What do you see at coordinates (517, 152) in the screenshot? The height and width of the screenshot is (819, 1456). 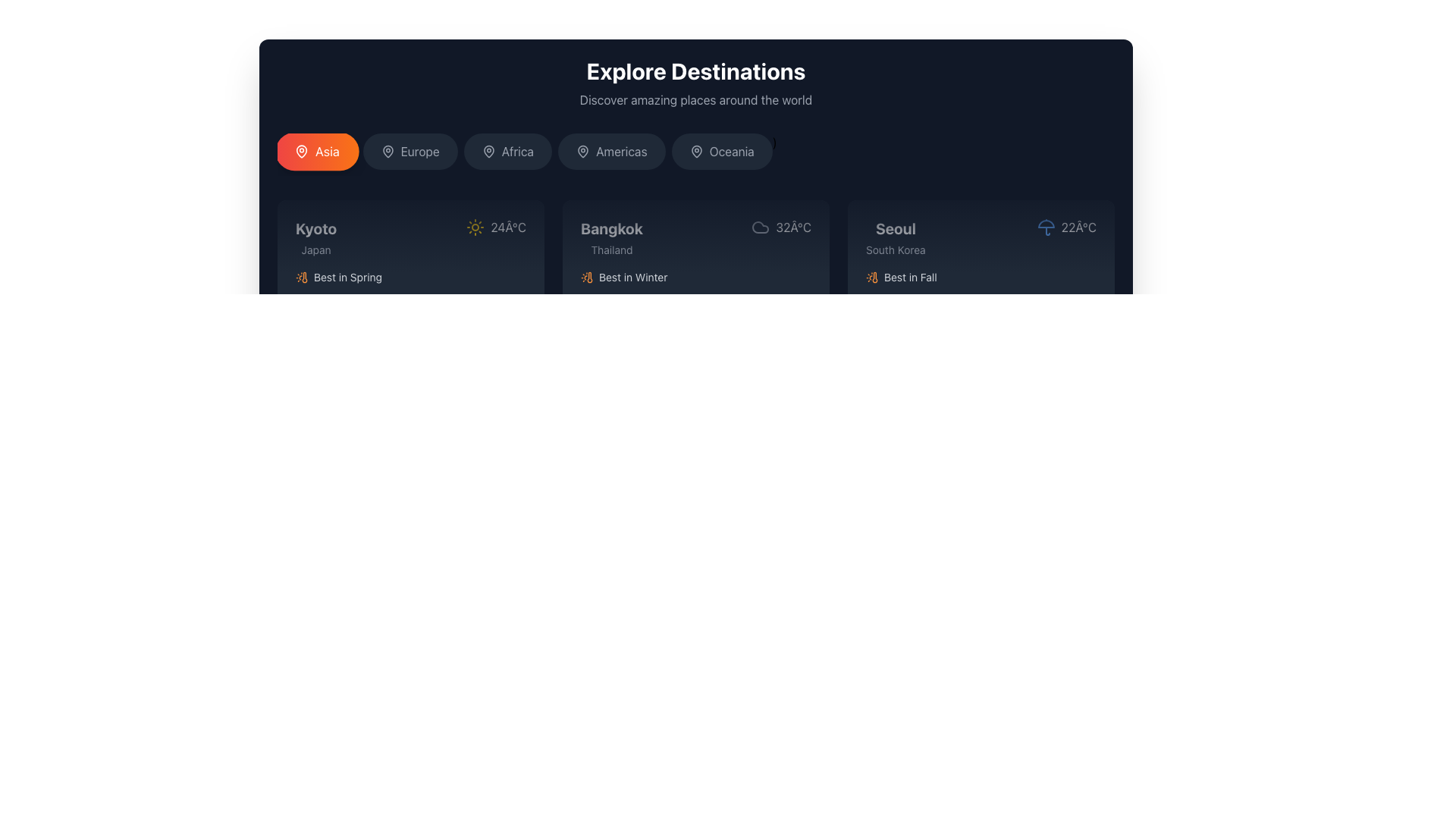 I see `the text label 'Africa', which is styled in gray and is the third clickable option among navigational buttons` at bounding box center [517, 152].